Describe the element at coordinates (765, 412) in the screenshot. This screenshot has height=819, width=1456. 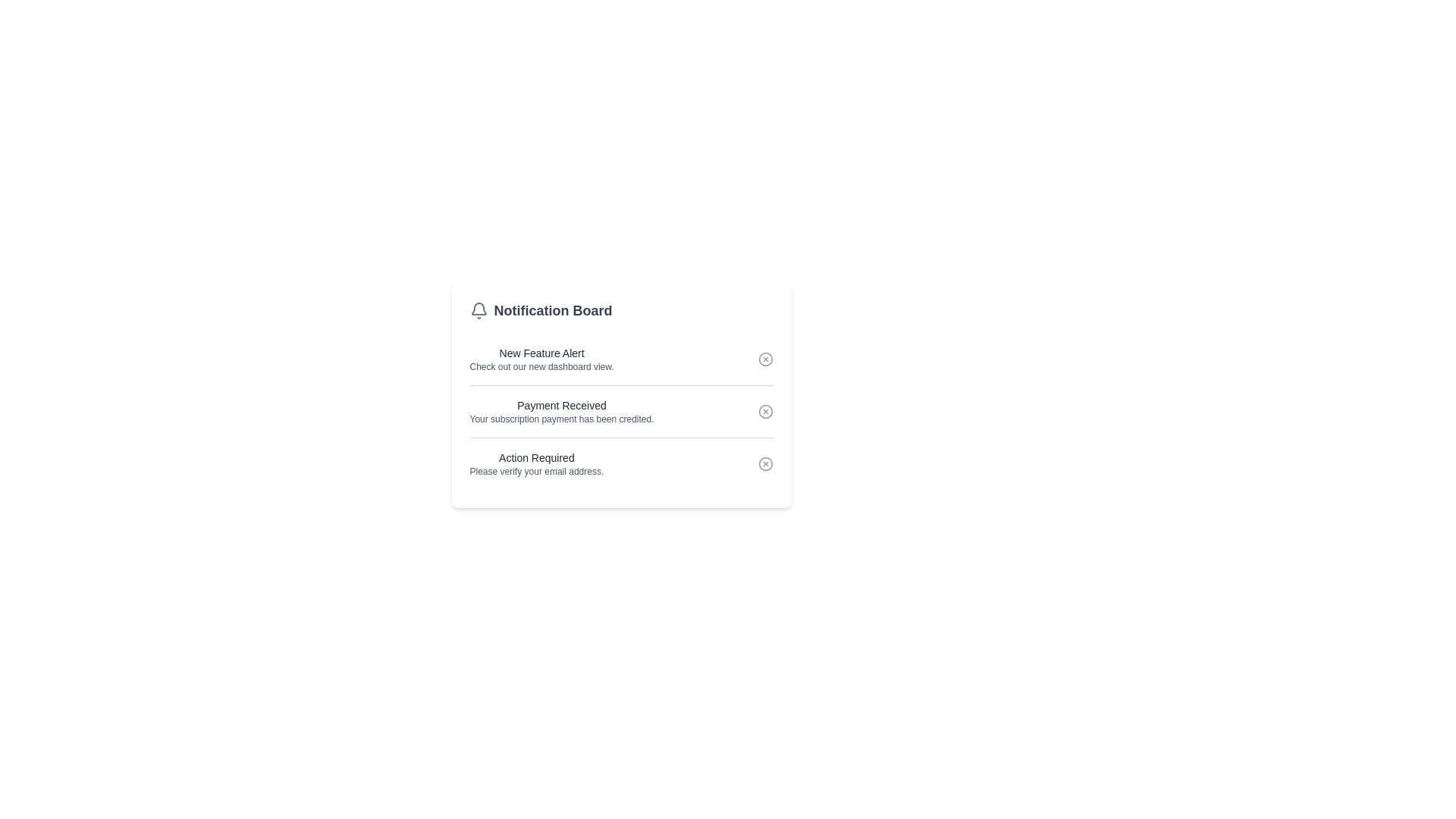
I see `the Circle SVG graphical element that is part of the notification interface for the 'Payment Received' entry, located on the rightmost side of the icon` at that location.